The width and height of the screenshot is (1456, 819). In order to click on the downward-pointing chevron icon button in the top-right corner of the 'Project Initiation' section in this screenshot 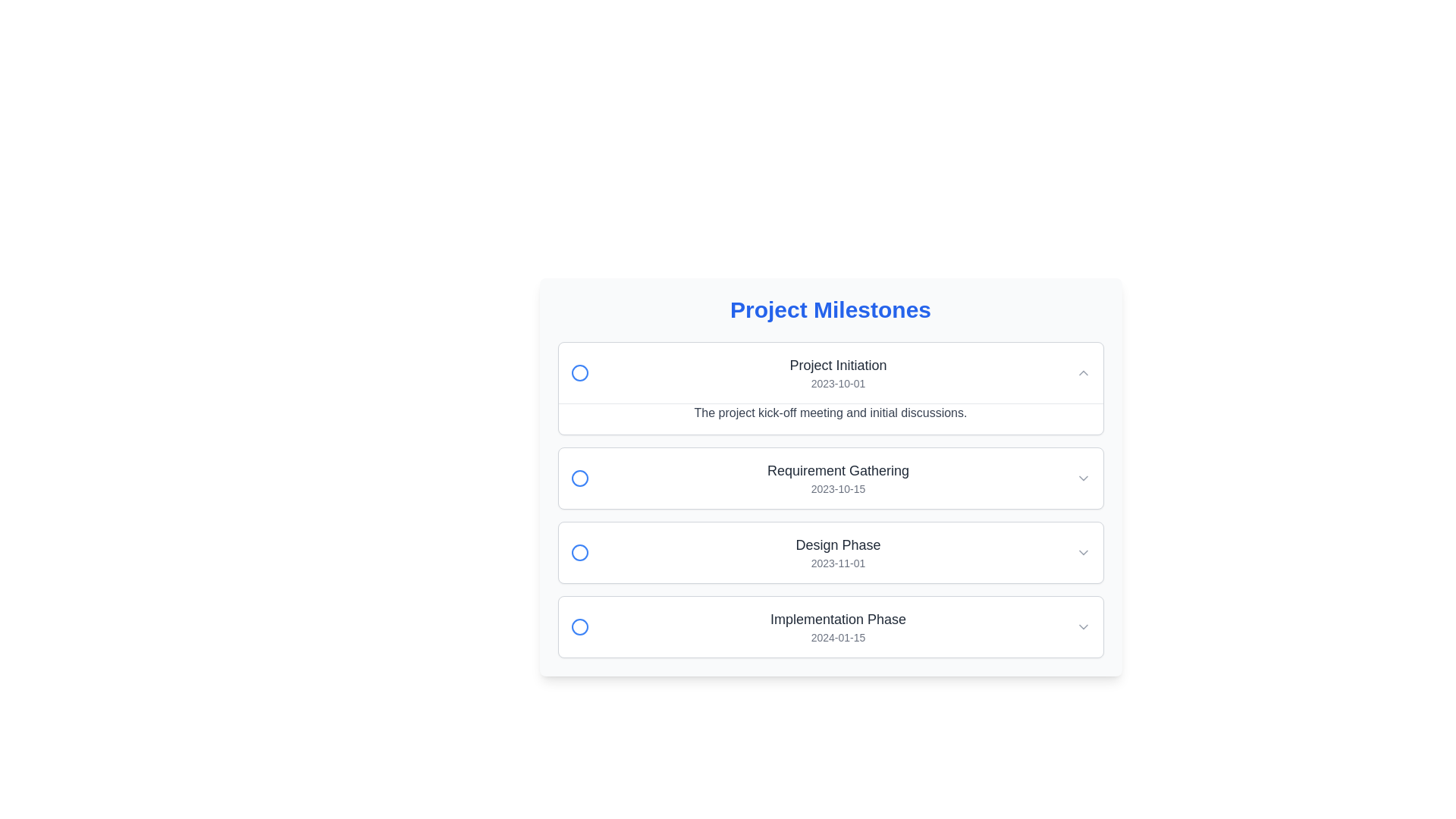, I will do `click(1082, 373)`.